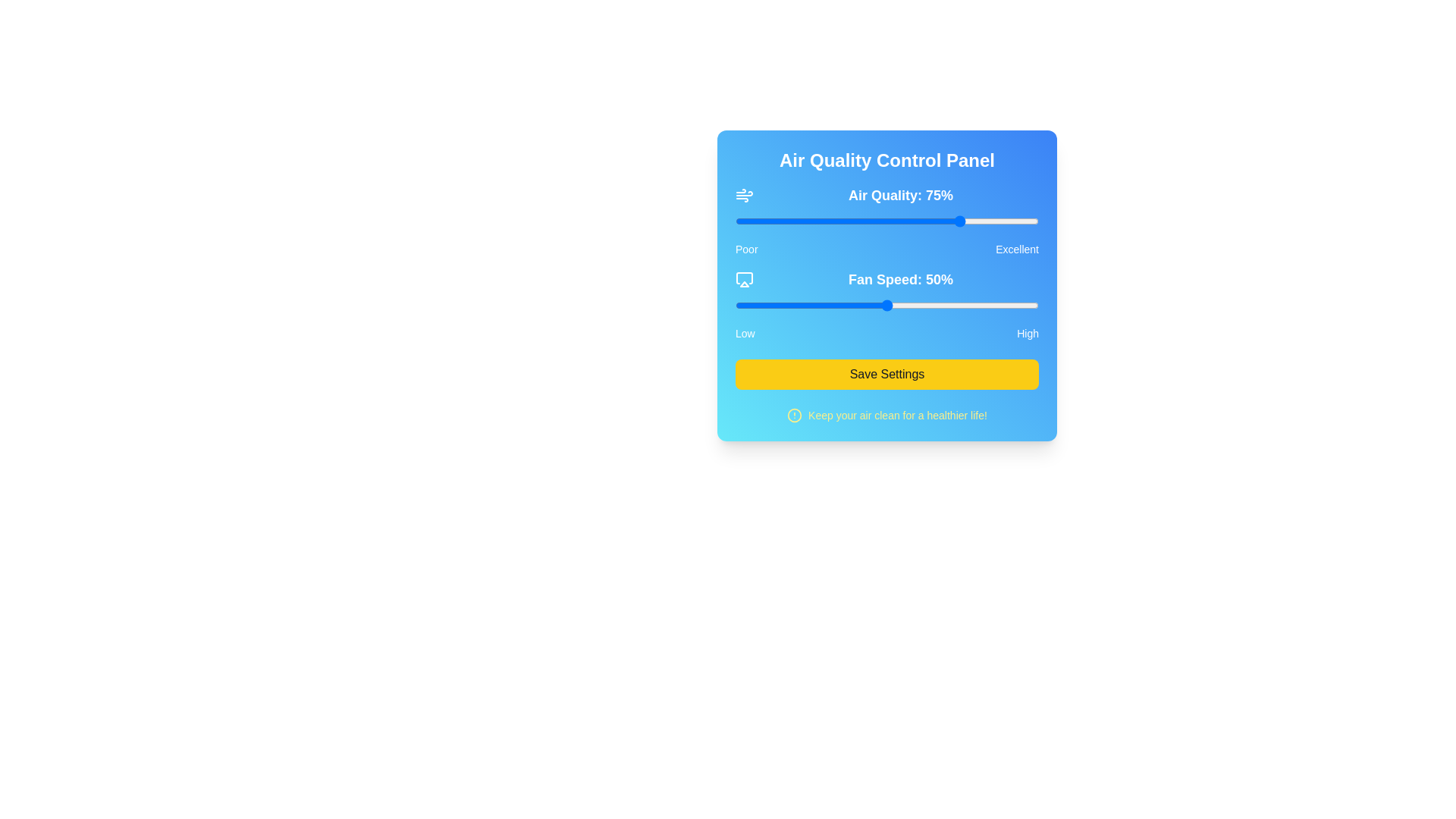 The width and height of the screenshot is (1456, 819). Describe the element at coordinates (745, 221) in the screenshot. I see `air quality` at that location.